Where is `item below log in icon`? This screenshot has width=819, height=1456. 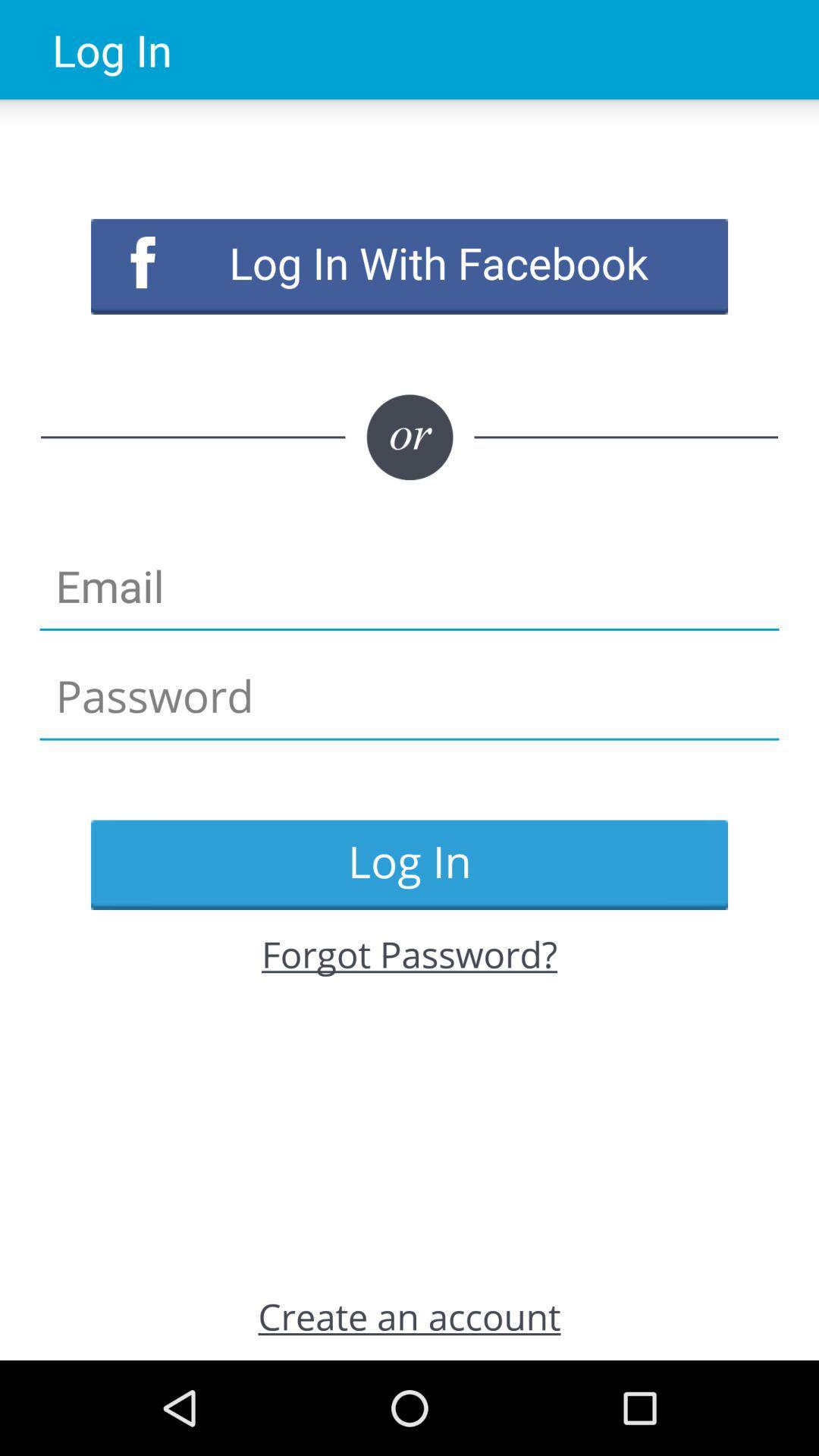 item below log in icon is located at coordinates (409, 953).